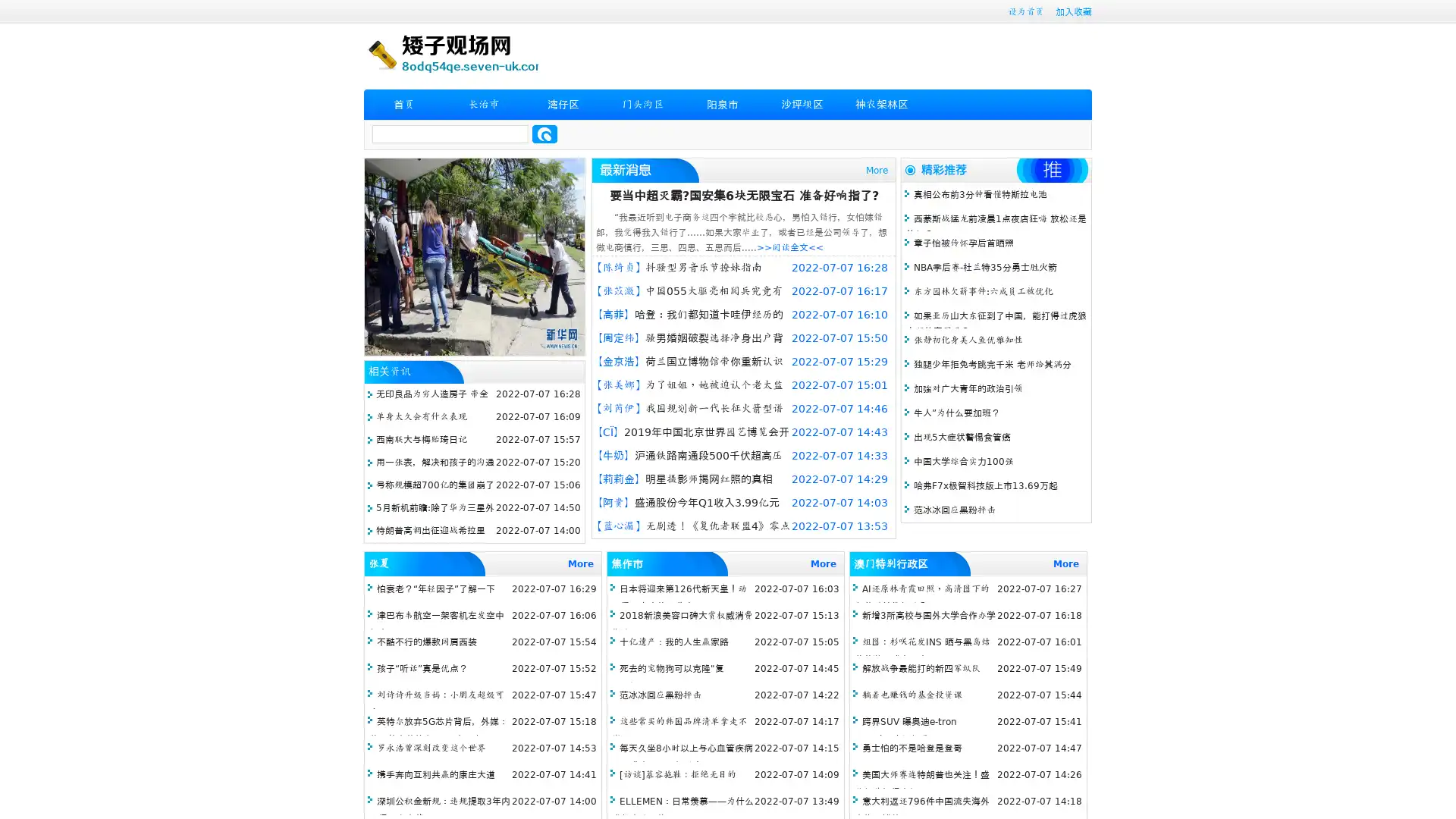 This screenshot has width=1456, height=819. I want to click on Search, so click(544, 133).